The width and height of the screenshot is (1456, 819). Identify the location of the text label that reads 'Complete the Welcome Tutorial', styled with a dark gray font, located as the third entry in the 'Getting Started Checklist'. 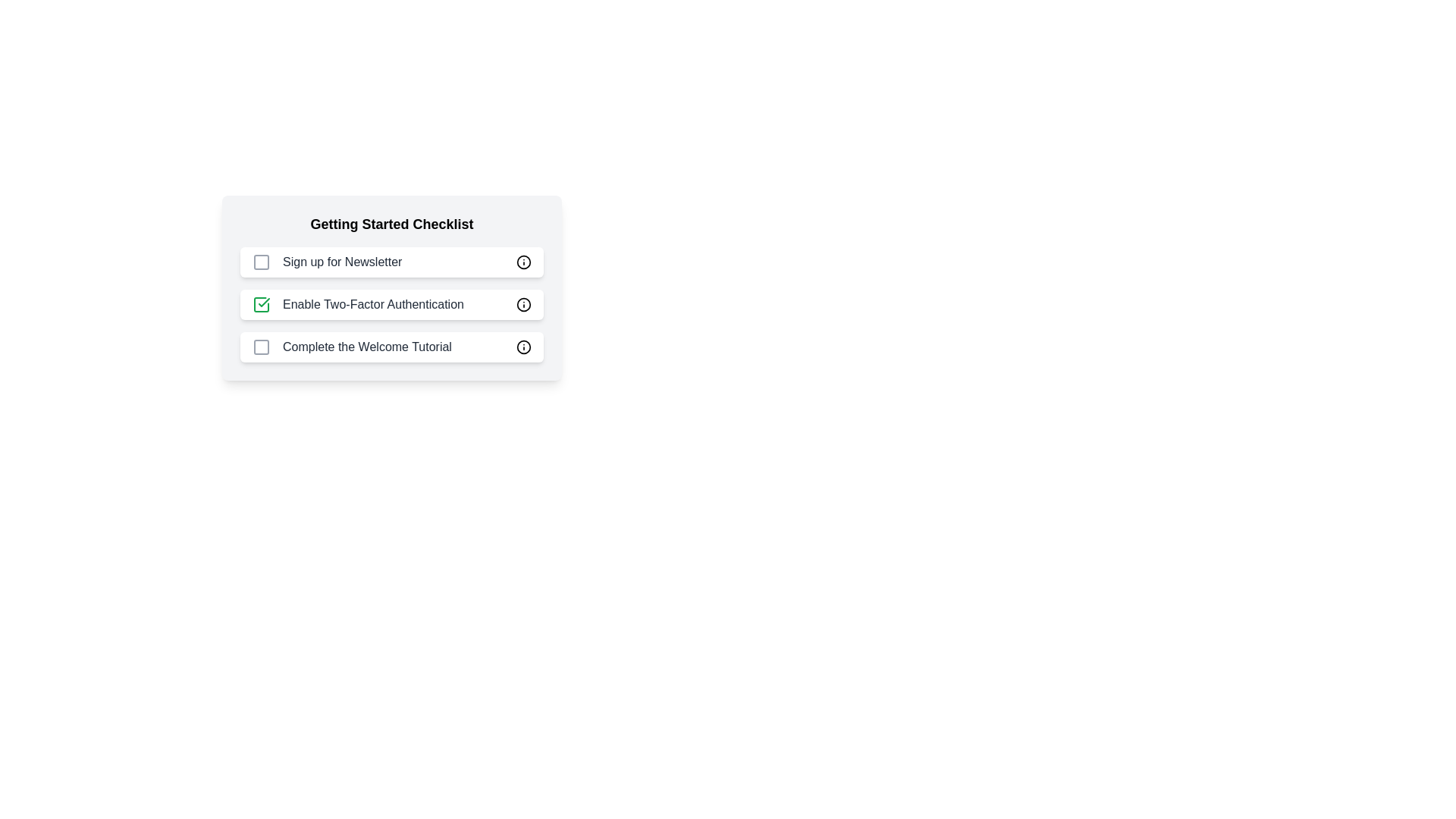
(367, 347).